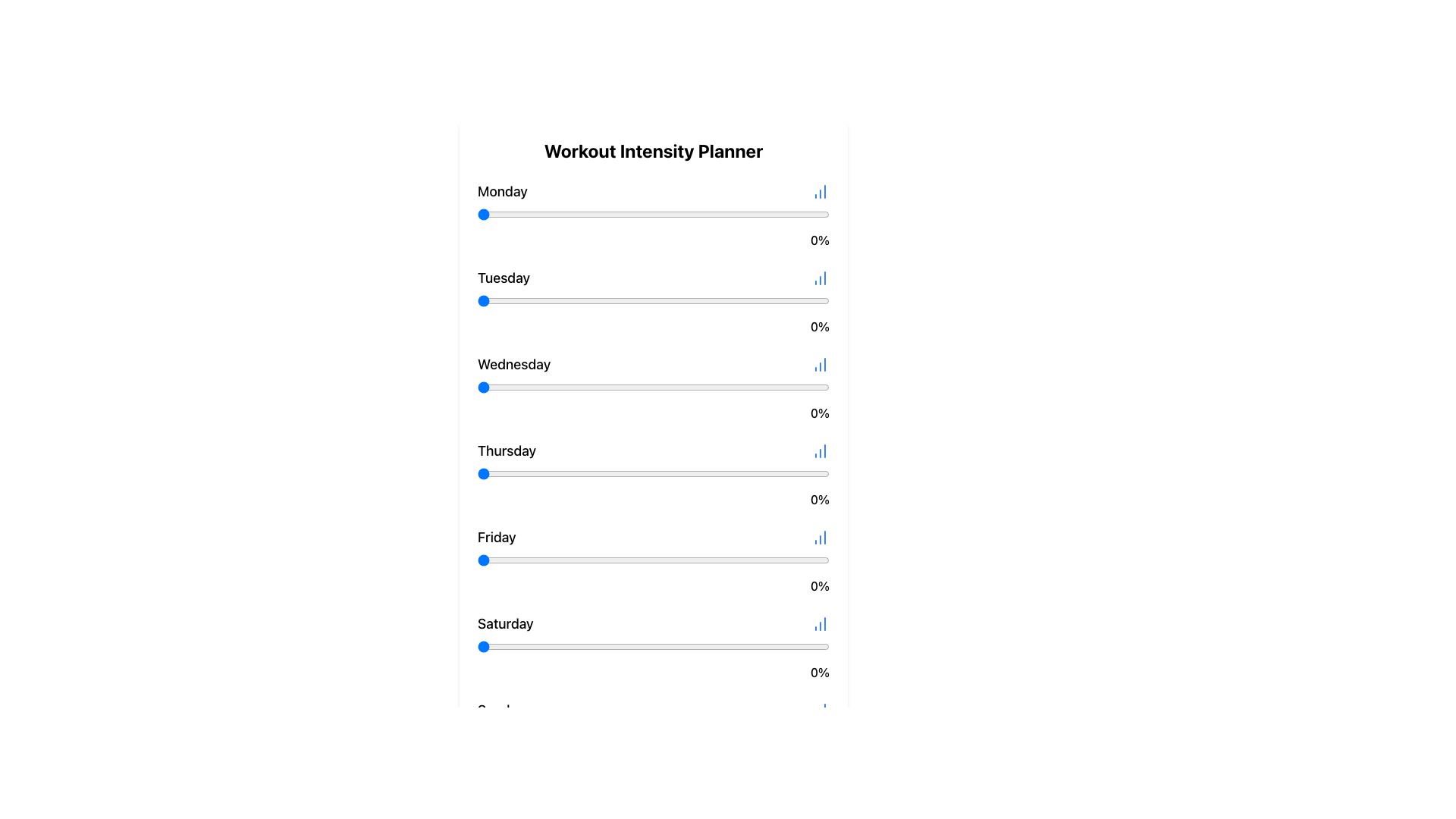 The image size is (1456, 819). What do you see at coordinates (654, 191) in the screenshot?
I see `the graphical details of the Row label containing the text 'Monday' in bold font and blue bar chart-like icons, positioned below the header 'Workout Intensity Planner'` at bounding box center [654, 191].